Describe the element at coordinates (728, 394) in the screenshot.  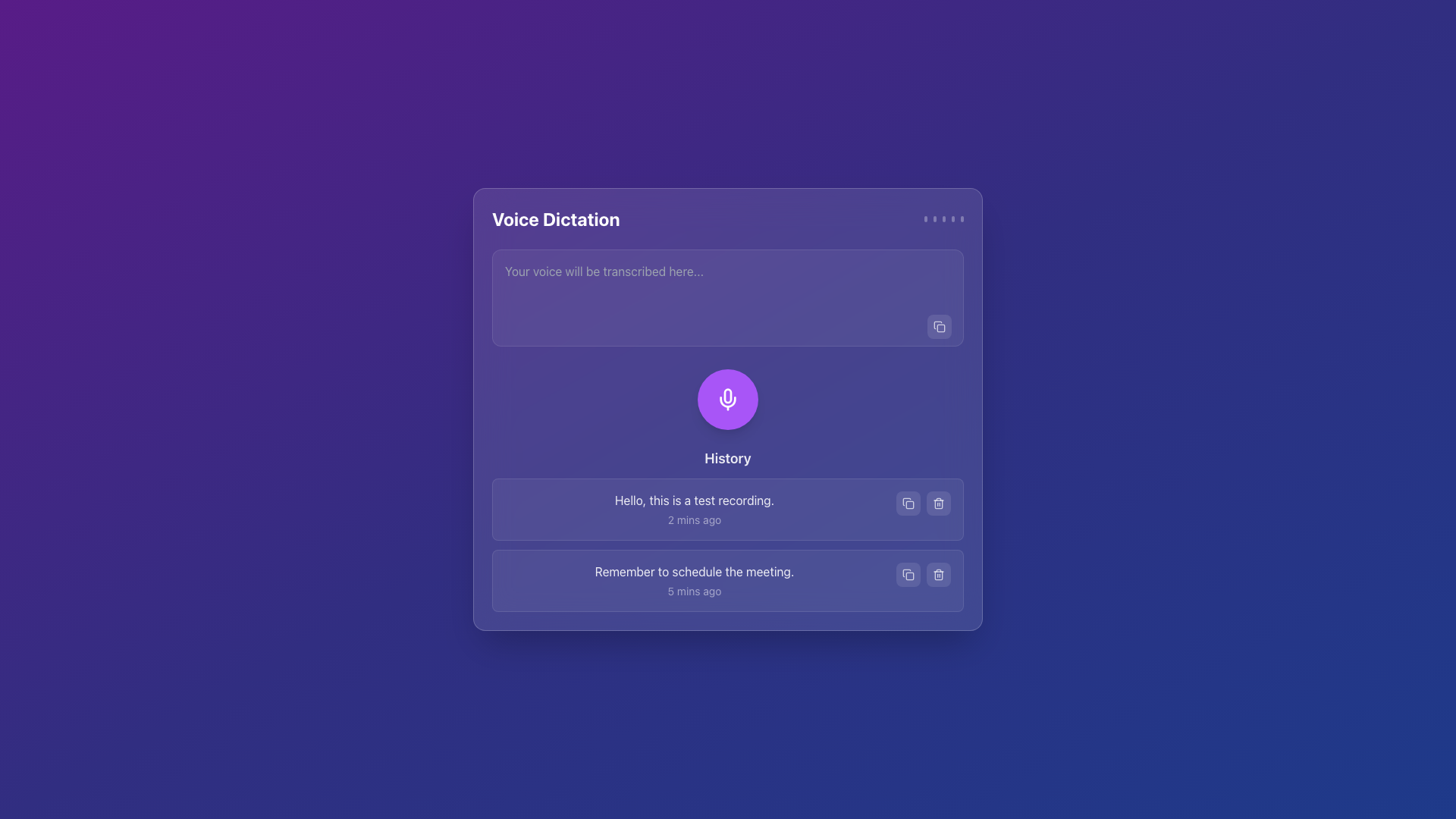
I see `the microphone icon which is located in the center of the pink circular button, under the text 'Your voice will be transcribed here...' and above the 'History' section` at that location.